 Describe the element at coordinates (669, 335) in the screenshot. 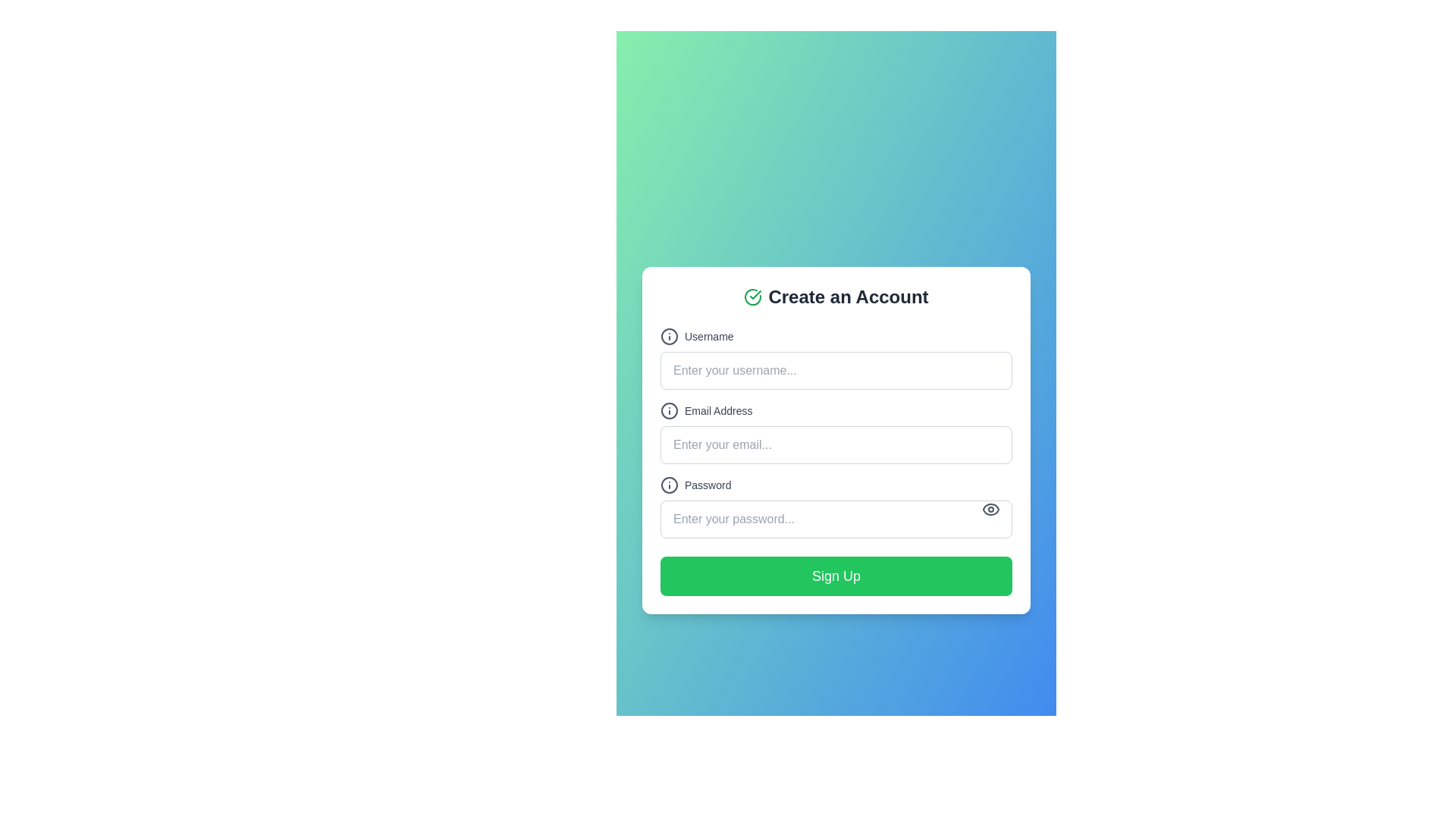

I see `the informational icon associated with the 'Username' label, which is positioned at the top left of the Username form field` at that location.